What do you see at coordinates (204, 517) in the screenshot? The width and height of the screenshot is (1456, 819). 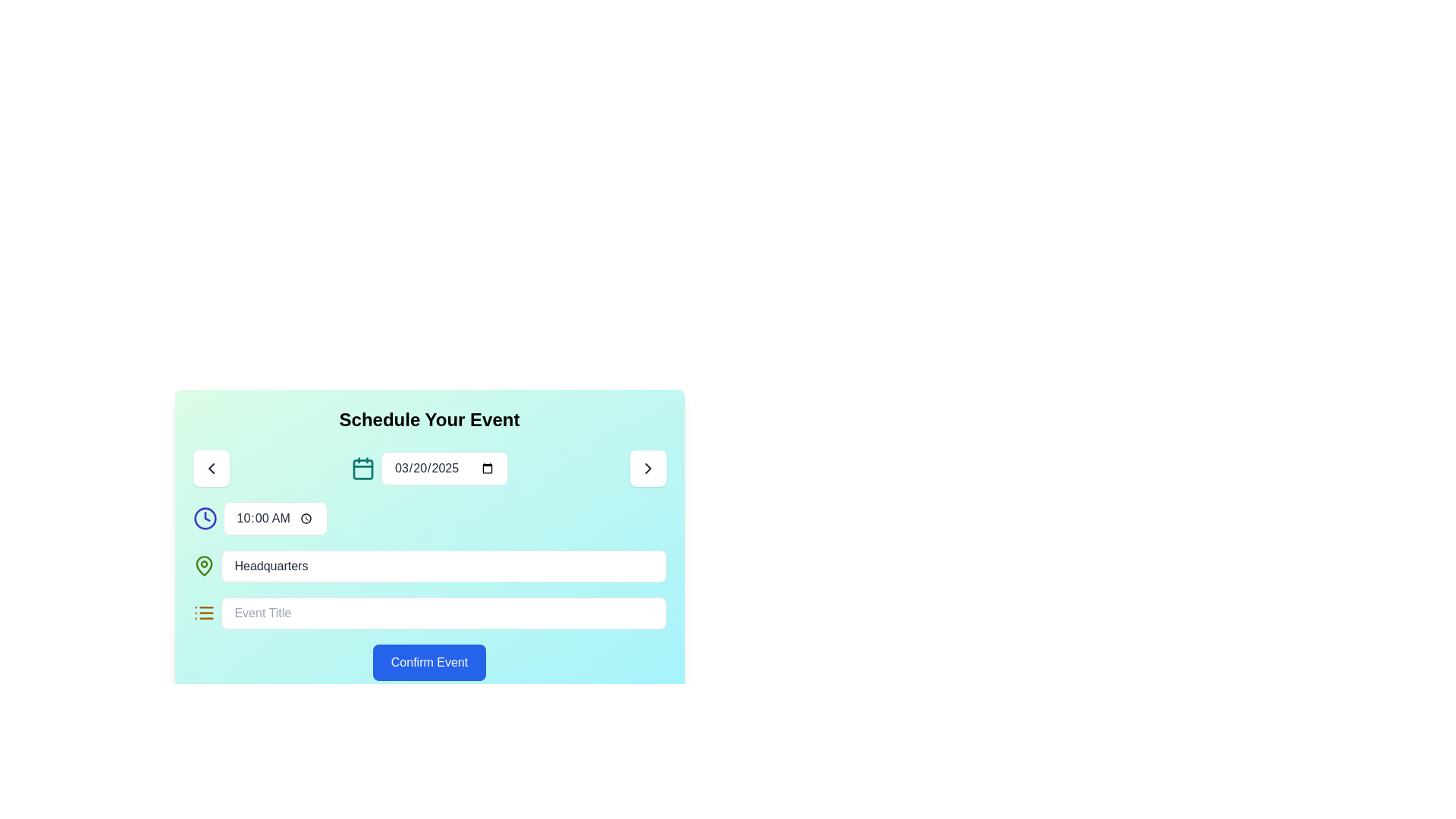 I see `the circular clock-like icon within the 'Schedule Your Event' form, which features a blue stroke and is part of the clock face` at bounding box center [204, 517].